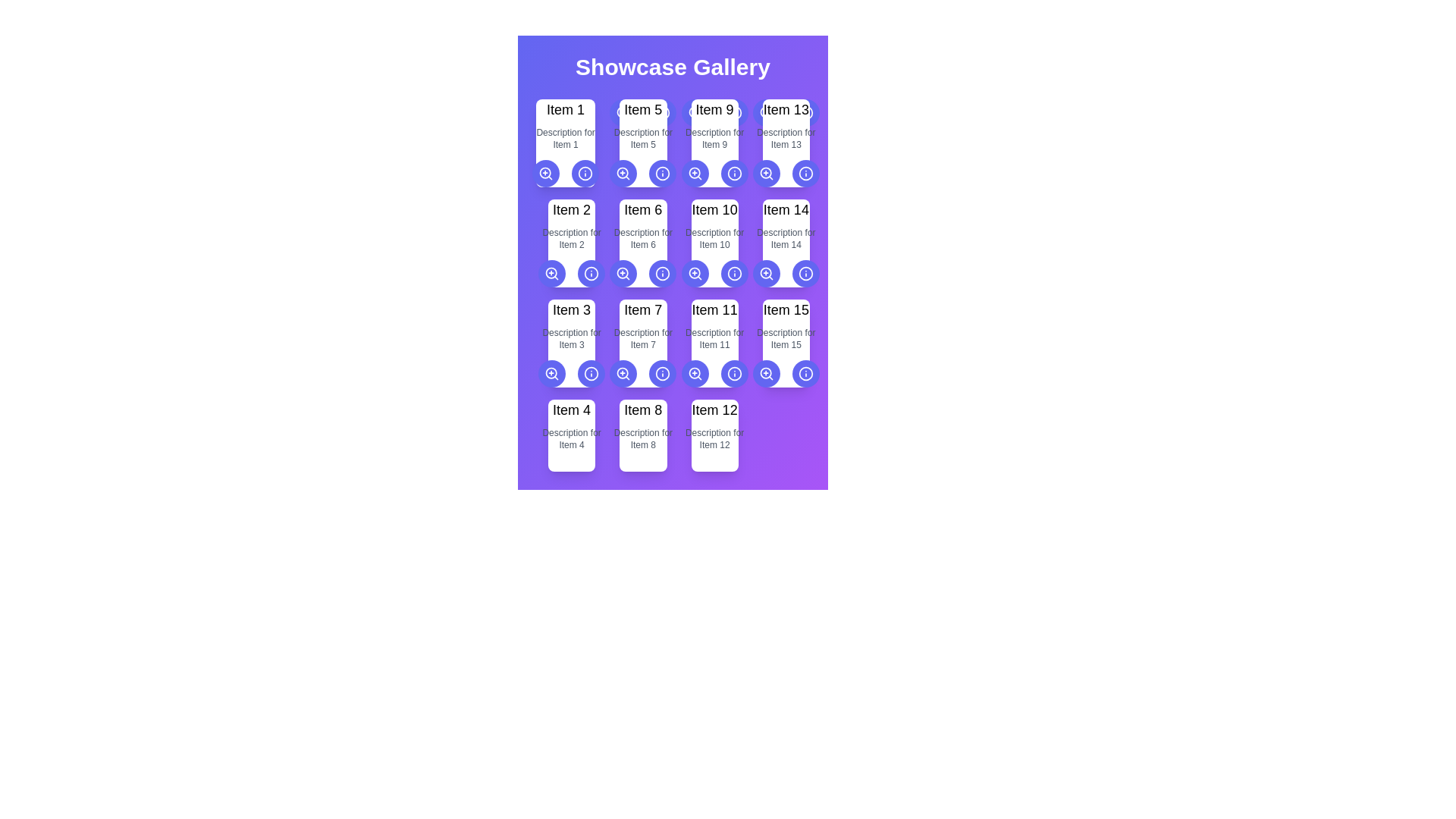 Image resolution: width=1456 pixels, height=819 pixels. I want to click on the blue circular button containing the 'i' icon located in the fourth column and fourth row of the item list grid, so click(805, 274).